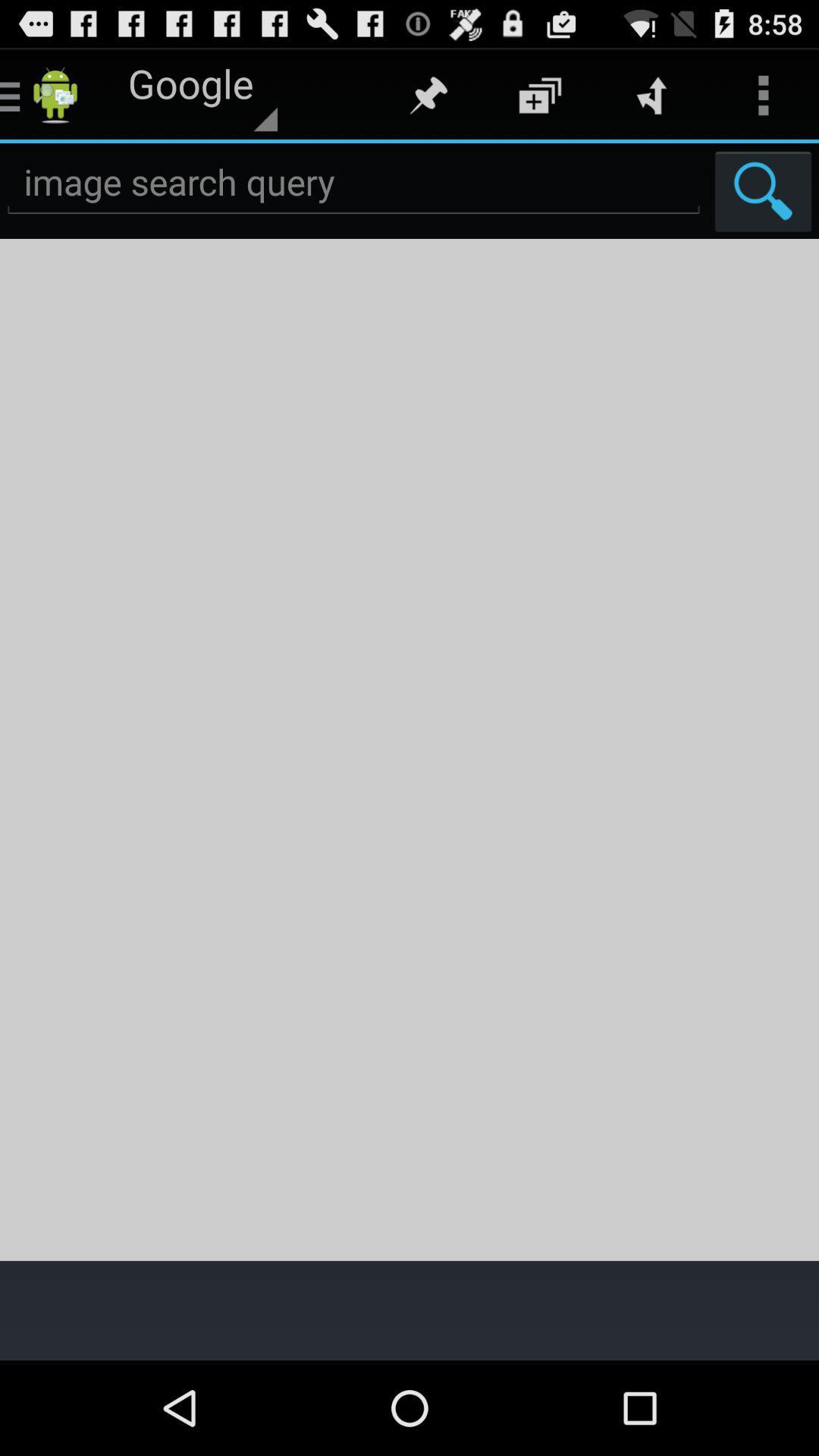  I want to click on search button, so click(763, 190).